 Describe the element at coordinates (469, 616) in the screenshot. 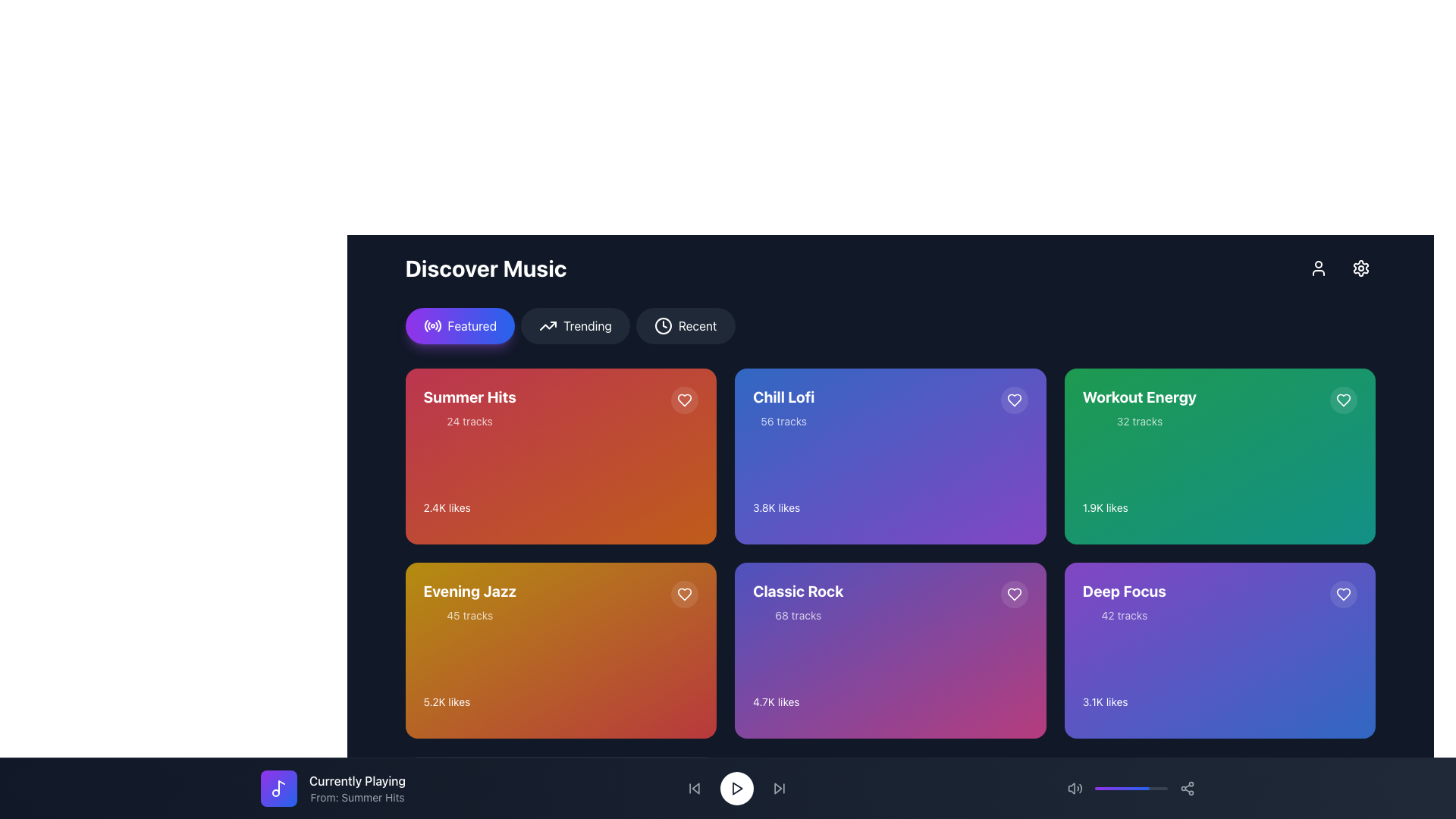

I see `the text label displaying '45 tracks' located below the title 'Evening Jazz' in the bottom-left quadrant of the 'Discover Music' section` at that location.